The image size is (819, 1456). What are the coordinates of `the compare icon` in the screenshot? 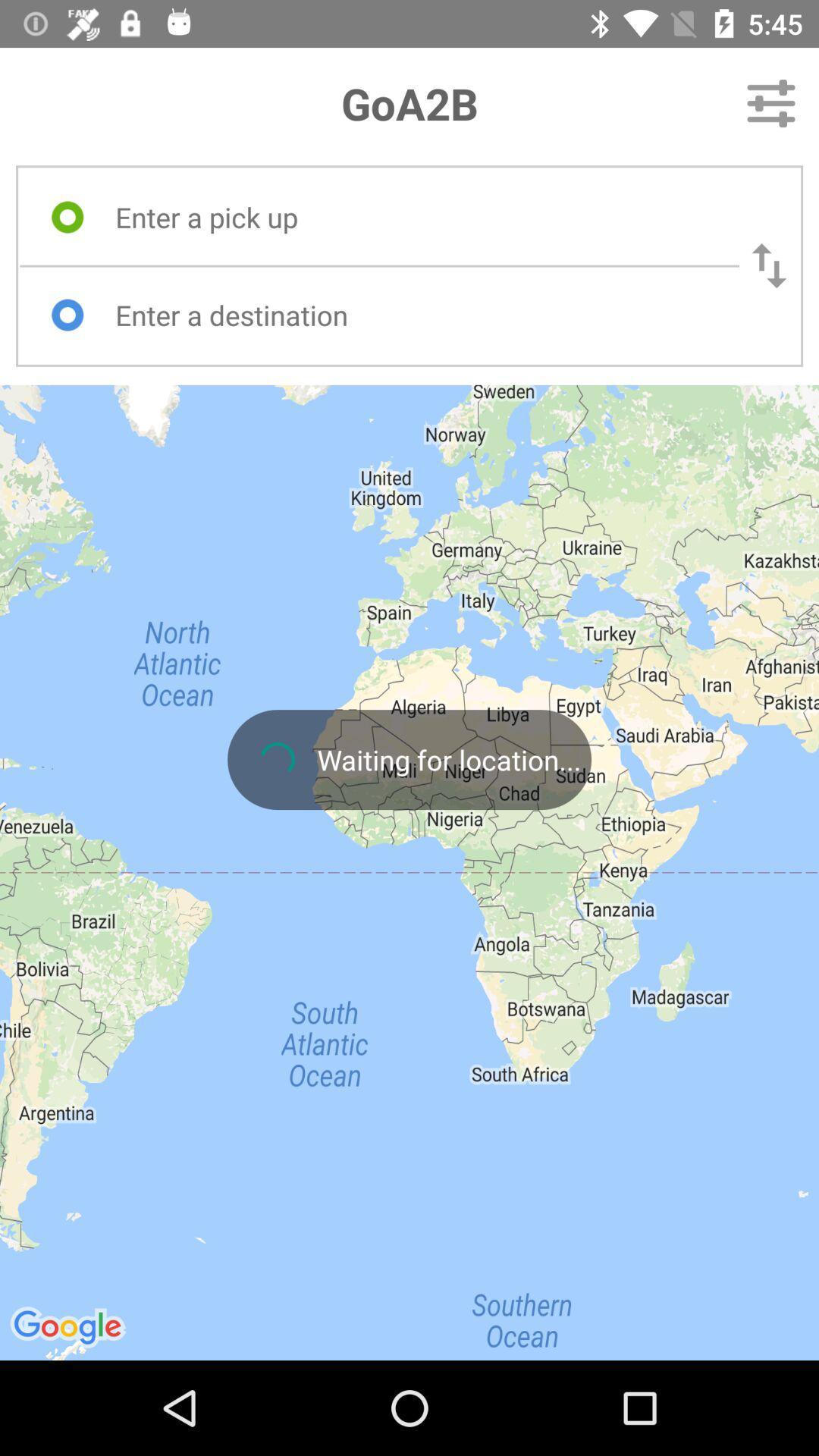 It's located at (769, 265).